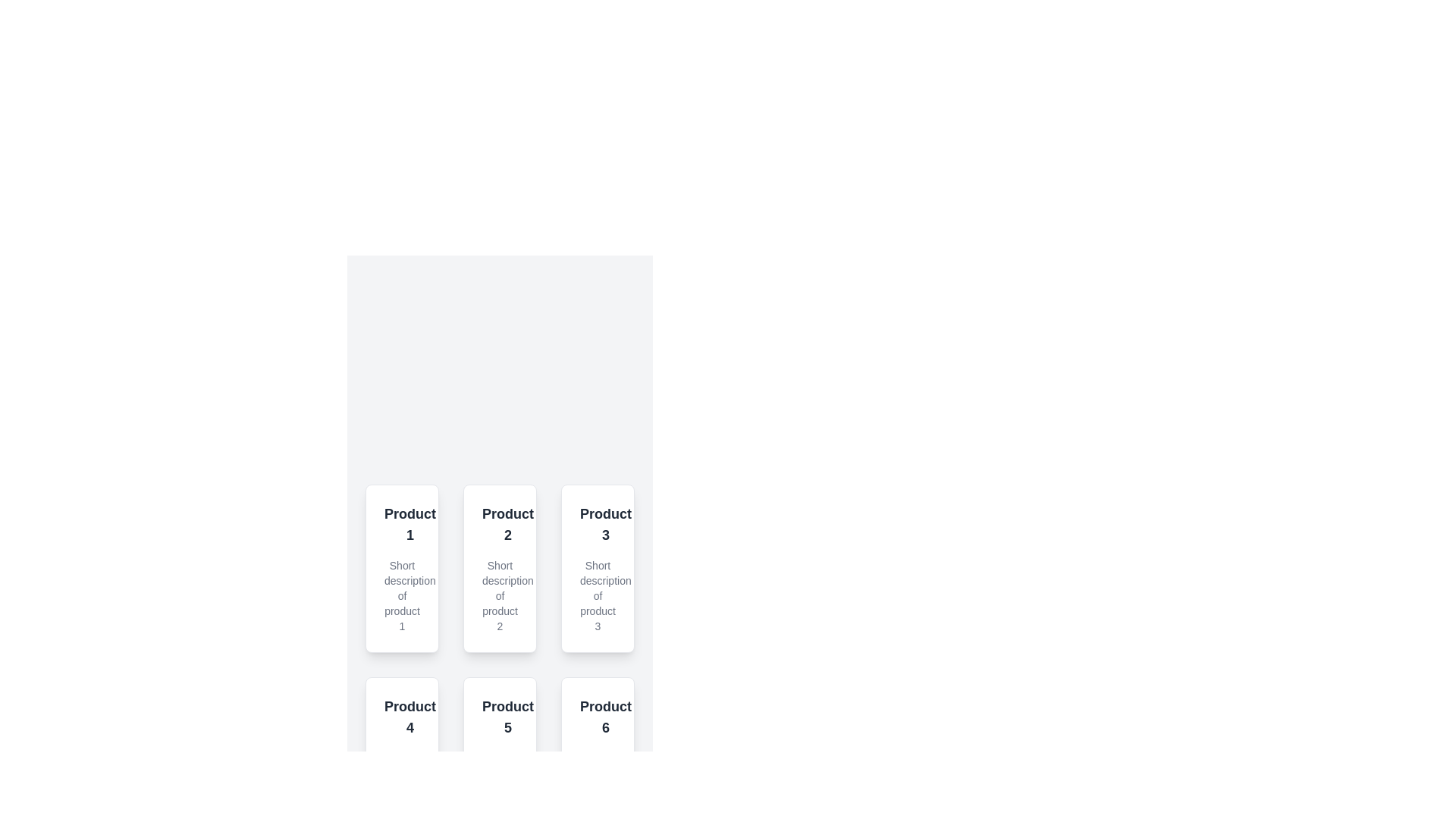 The width and height of the screenshot is (1456, 819). What do you see at coordinates (597, 568) in the screenshot?
I see `the 'Product 3' card, which provides information about the product and is located in the top row of the product listing interface, third column, directly to the right of 'Product 2'` at bounding box center [597, 568].